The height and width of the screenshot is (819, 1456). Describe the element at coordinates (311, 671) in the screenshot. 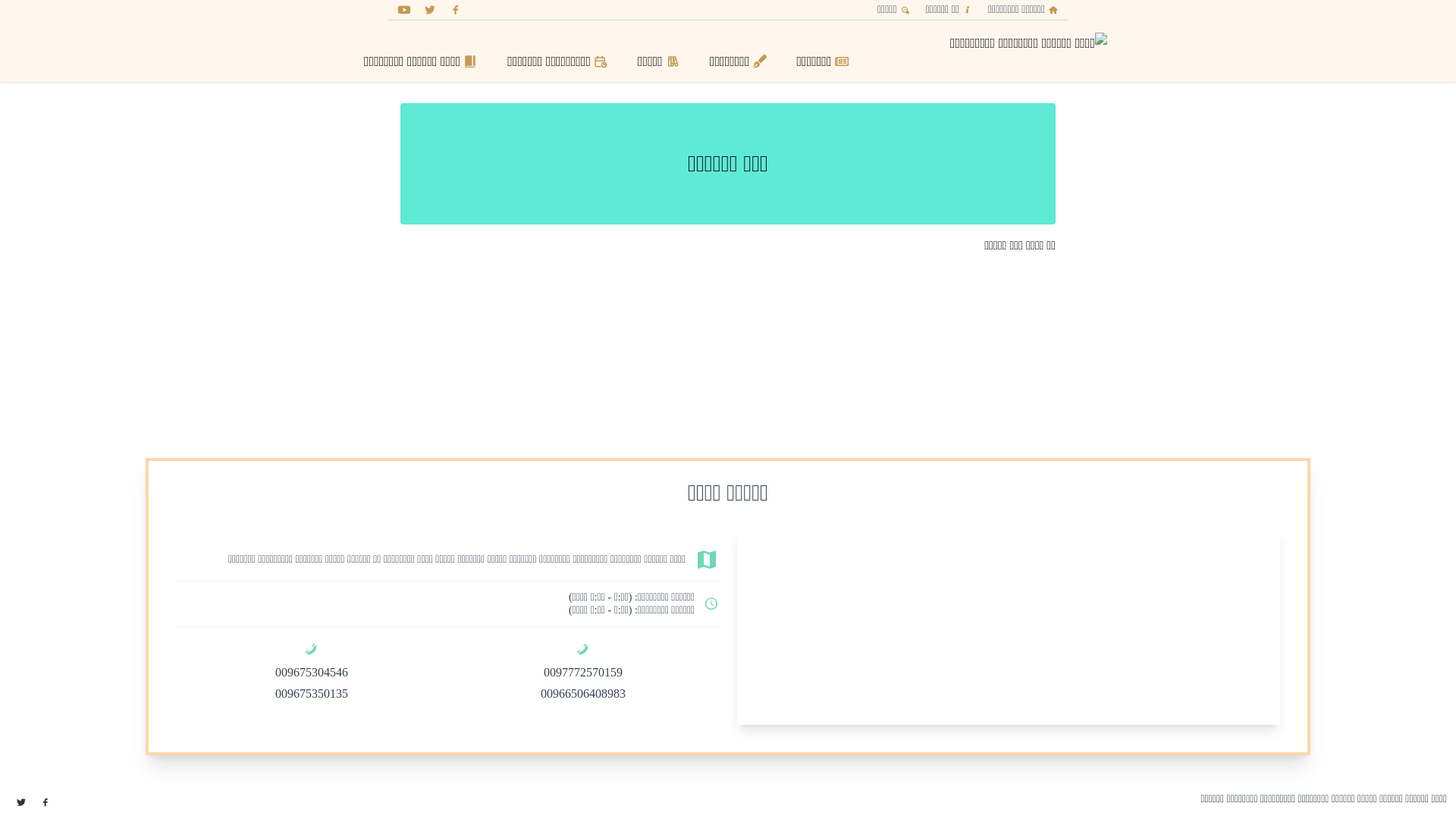

I see `'009675304546'` at that location.